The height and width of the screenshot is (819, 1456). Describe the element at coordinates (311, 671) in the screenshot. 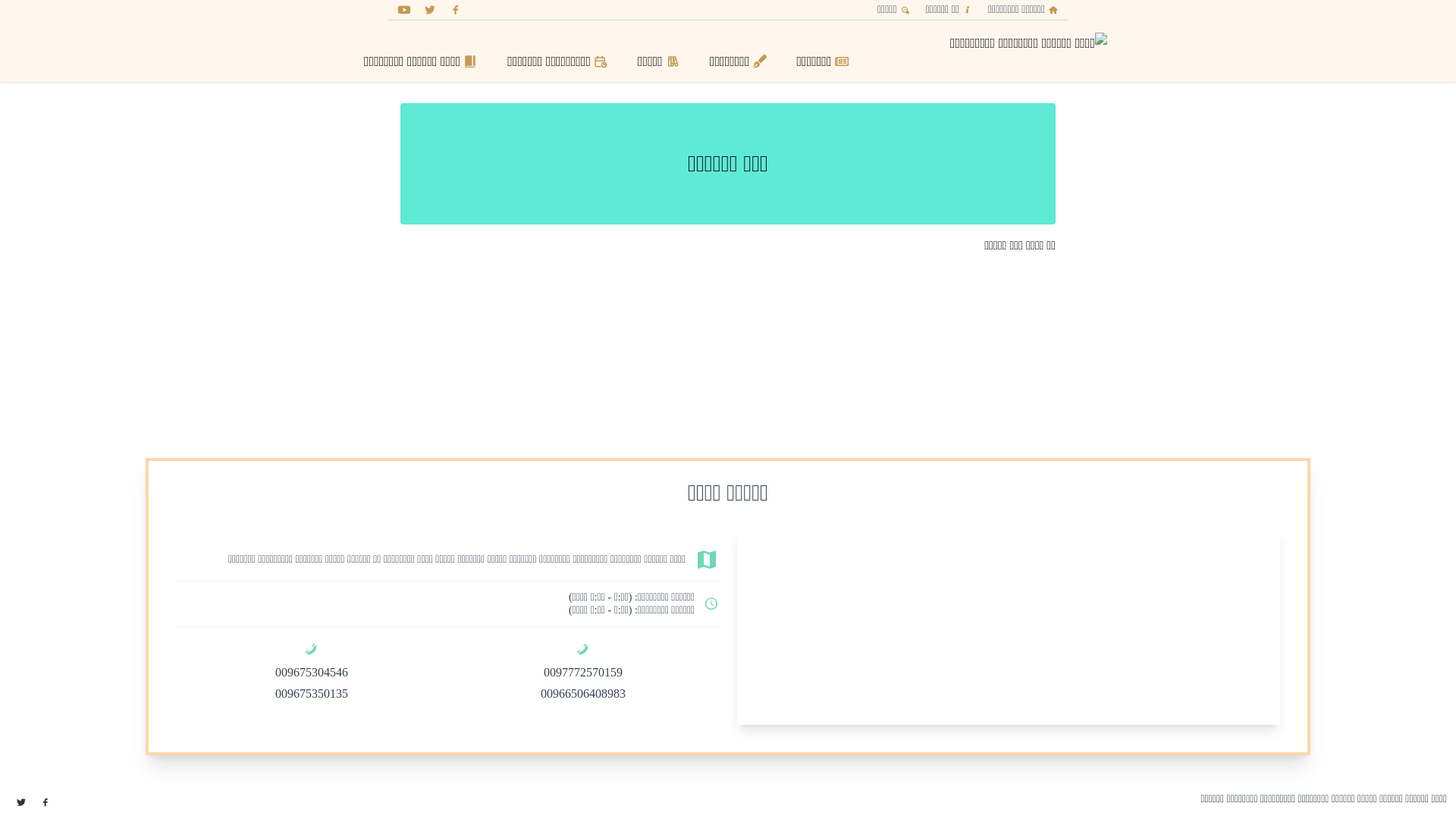

I see `'009675304546'` at that location.